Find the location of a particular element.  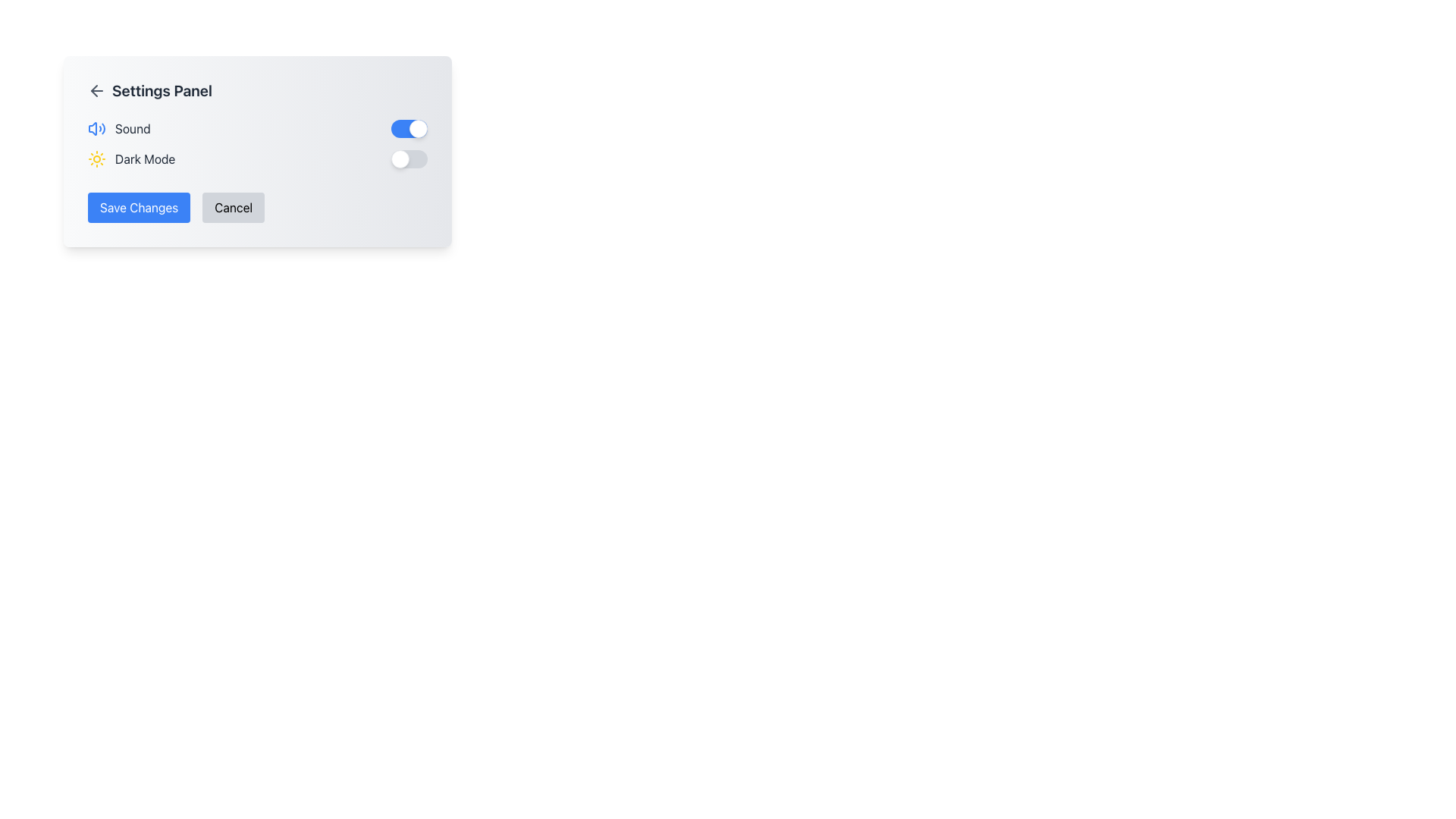

the 'Cancel' button, which is a rectangular button with a light gray background and black text is located at coordinates (232, 207).